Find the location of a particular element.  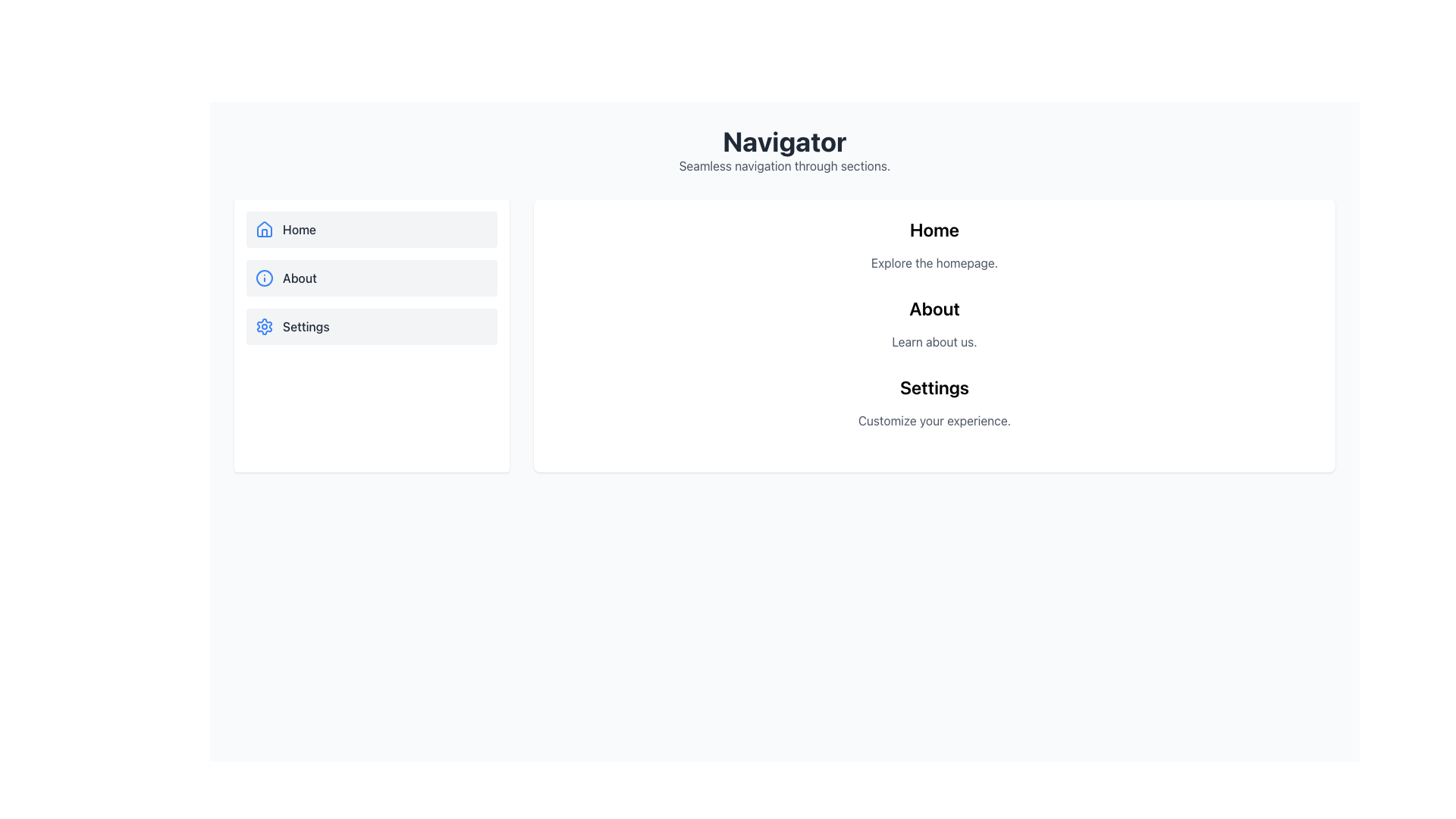

the gear icon is located at coordinates (265, 326).